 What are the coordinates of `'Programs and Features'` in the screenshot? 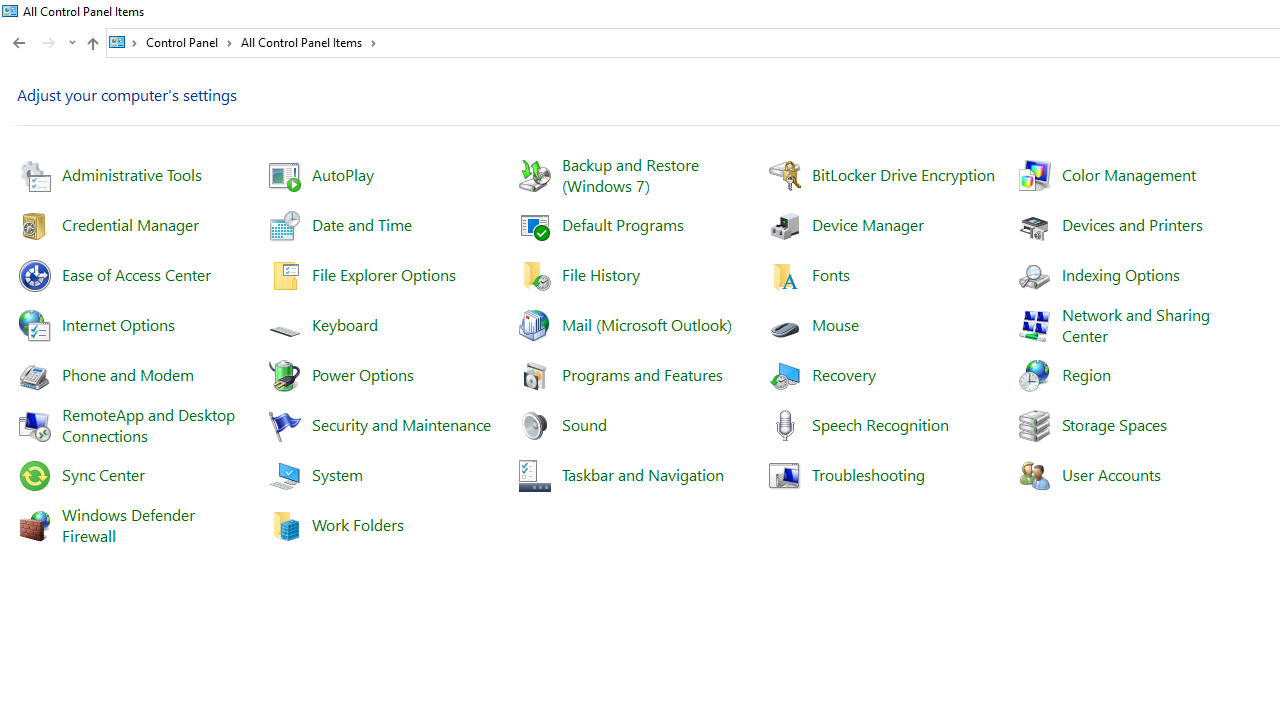 It's located at (642, 374).